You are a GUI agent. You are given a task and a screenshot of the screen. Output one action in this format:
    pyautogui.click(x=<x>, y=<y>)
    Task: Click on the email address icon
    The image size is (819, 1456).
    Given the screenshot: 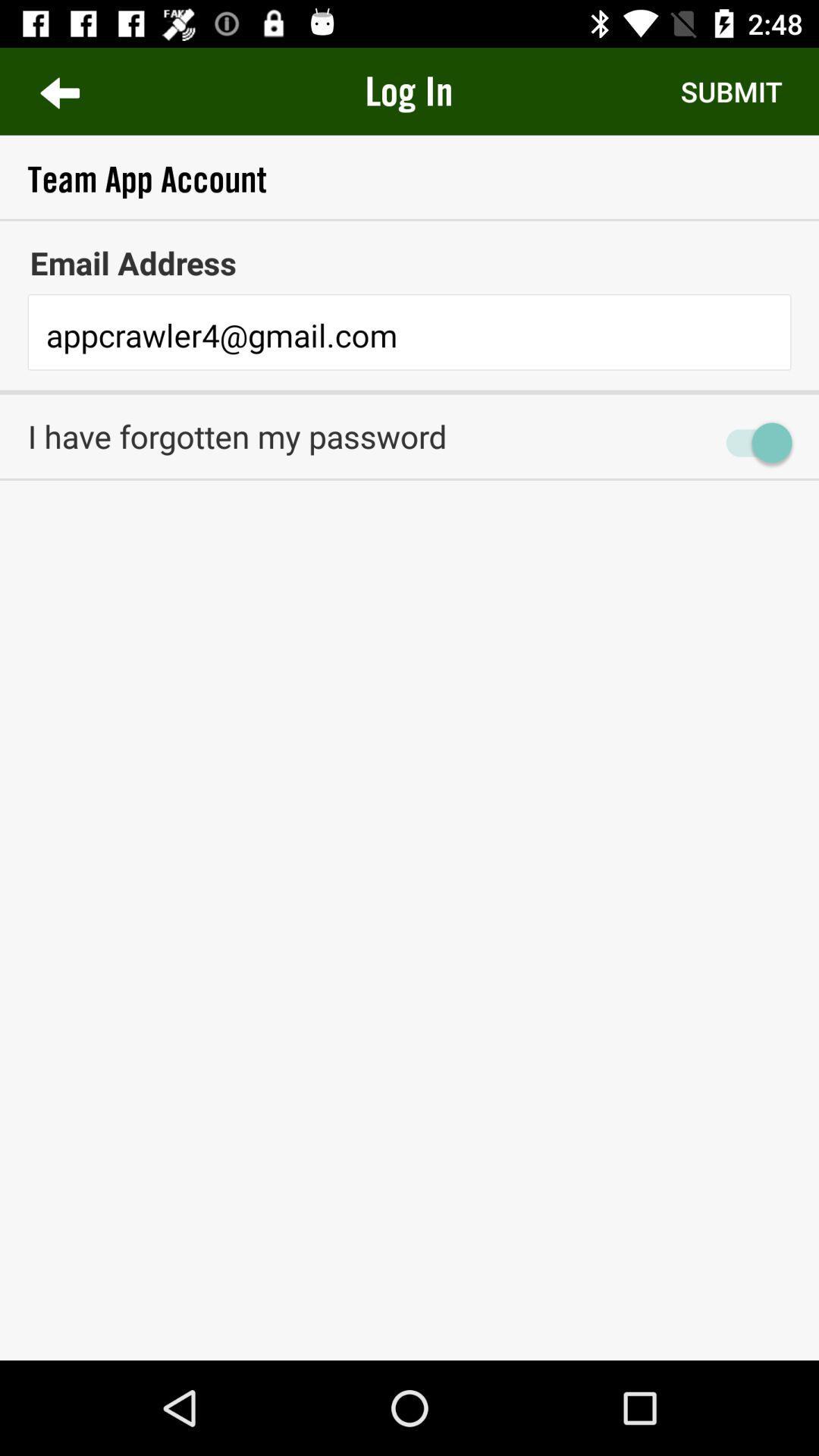 What is the action you would take?
    pyautogui.click(x=409, y=262)
    